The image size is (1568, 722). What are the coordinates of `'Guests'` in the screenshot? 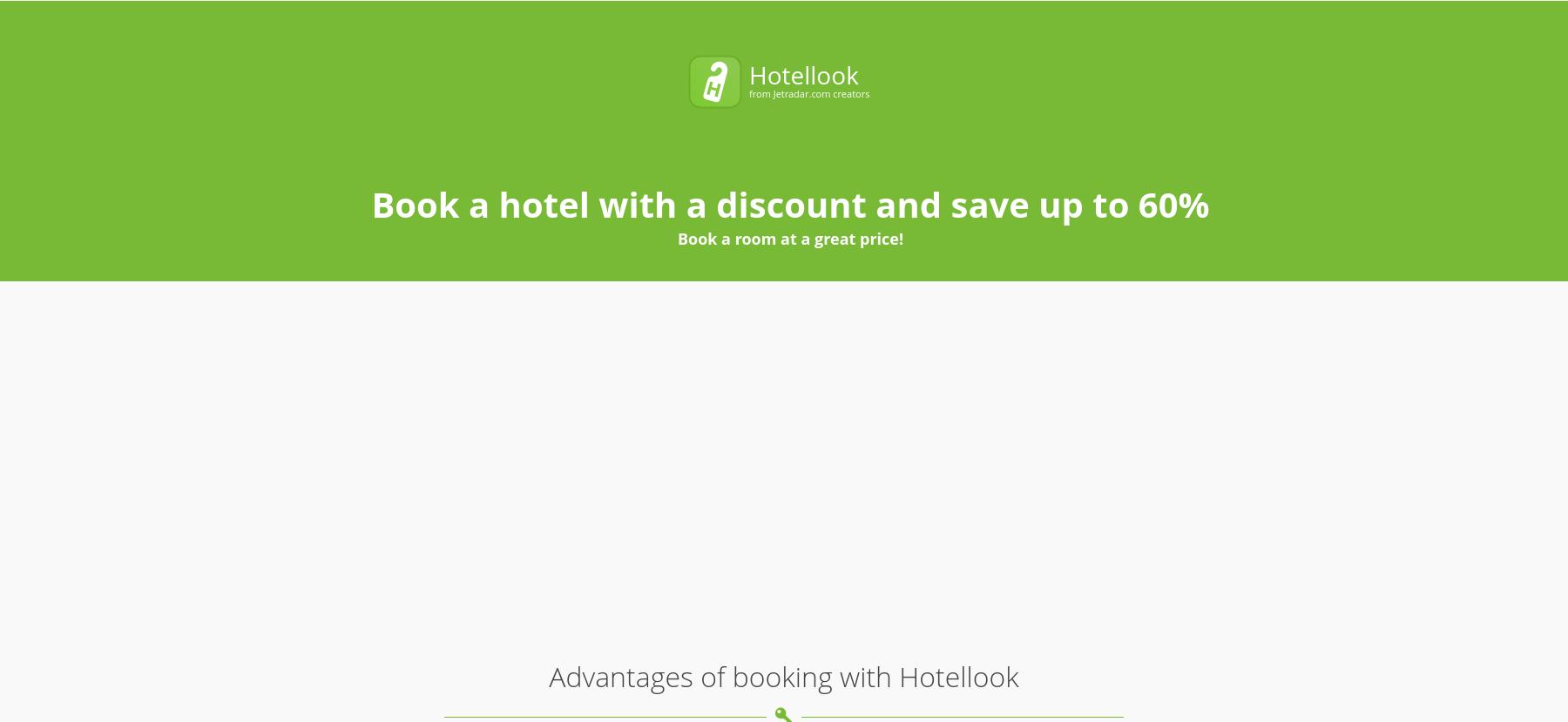 It's located at (956, 34).